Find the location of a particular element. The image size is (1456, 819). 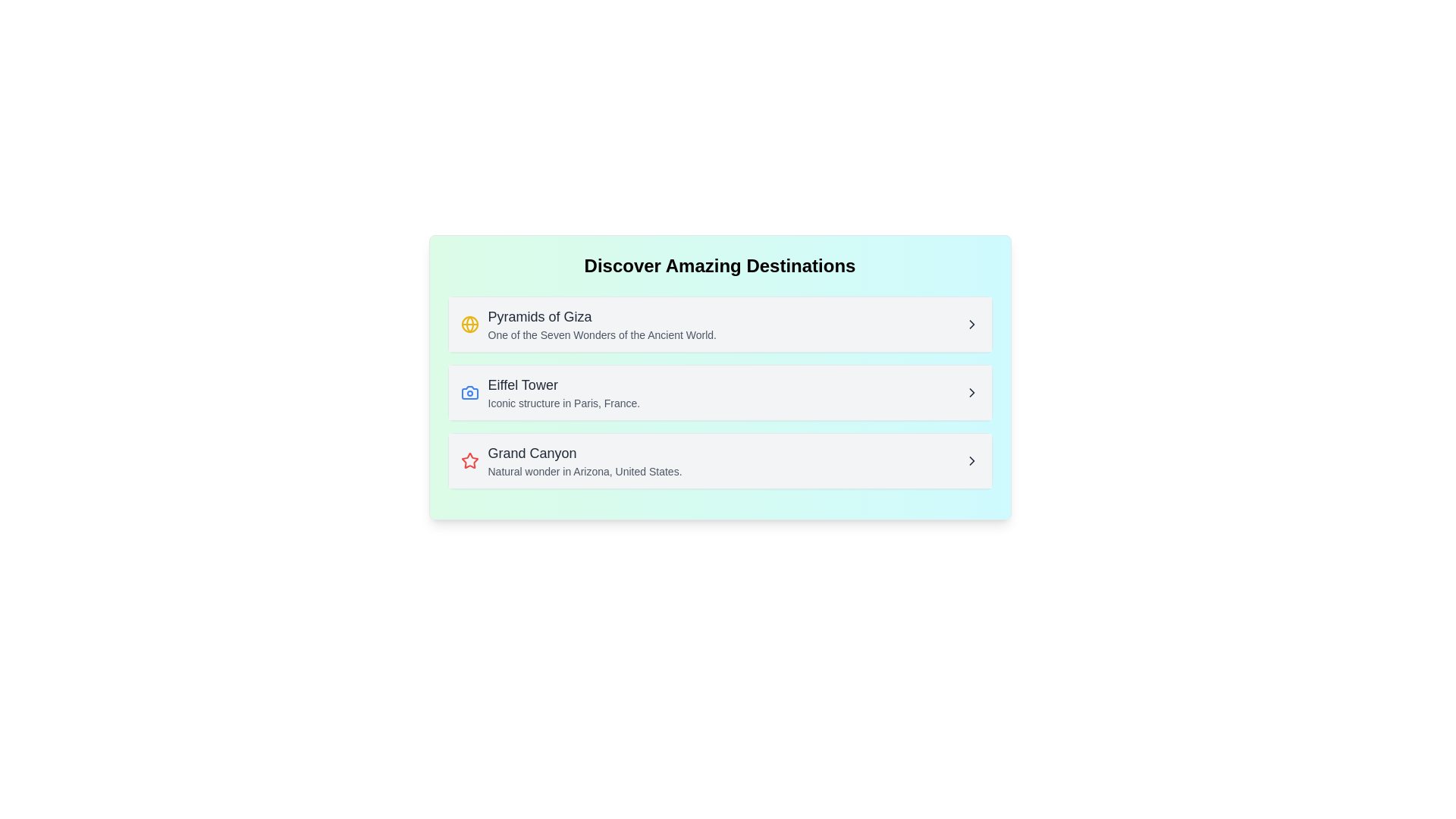

the Text Label that provides descriptive information about the associated title, located below the 'Grand Canyon' title in the third list item of the vertical collection is located at coordinates (584, 470).